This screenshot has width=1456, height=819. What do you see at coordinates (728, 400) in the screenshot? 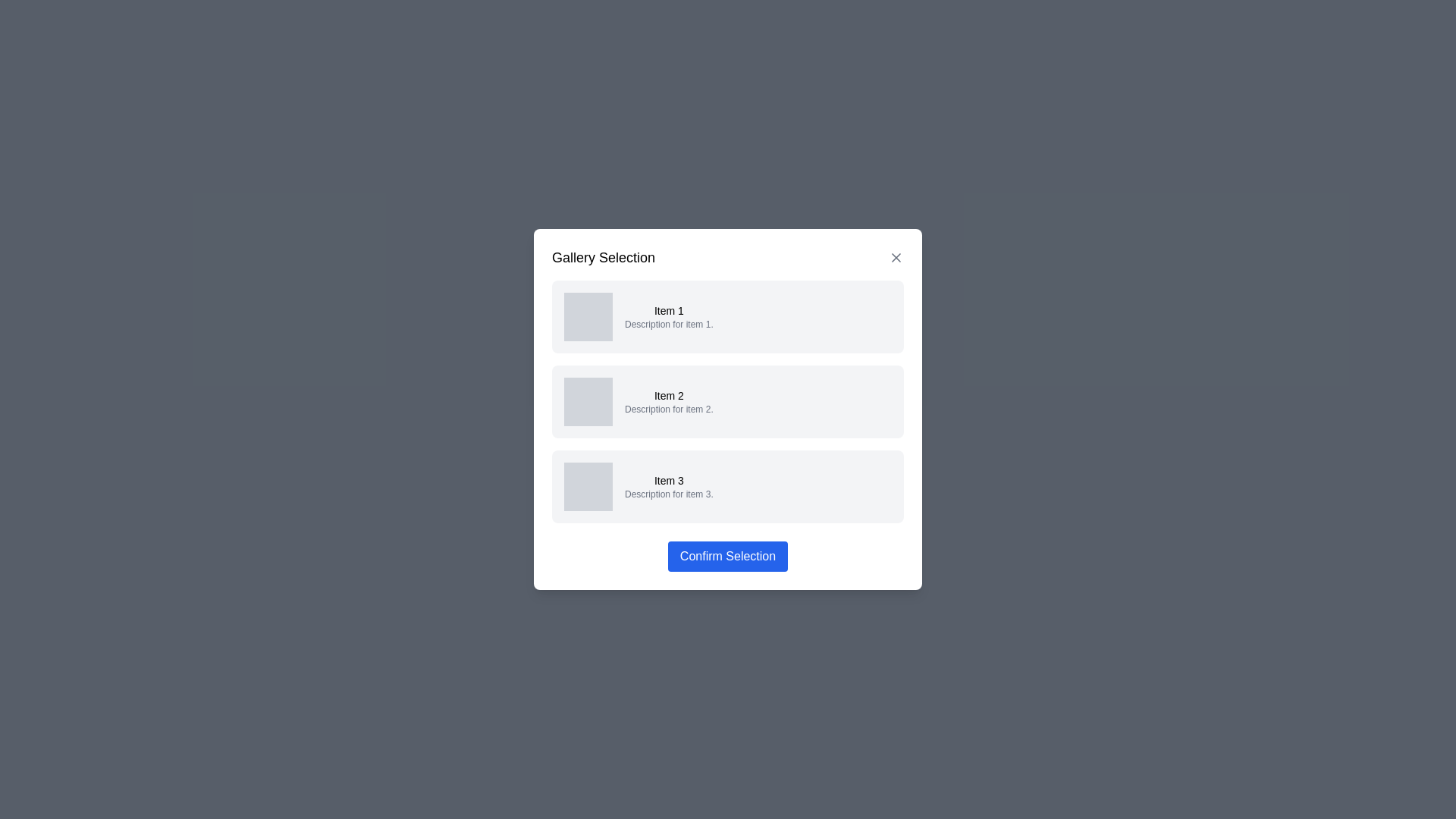
I see `the second selectable item in a vertically-stacked list of three items in the modal dialog` at bounding box center [728, 400].